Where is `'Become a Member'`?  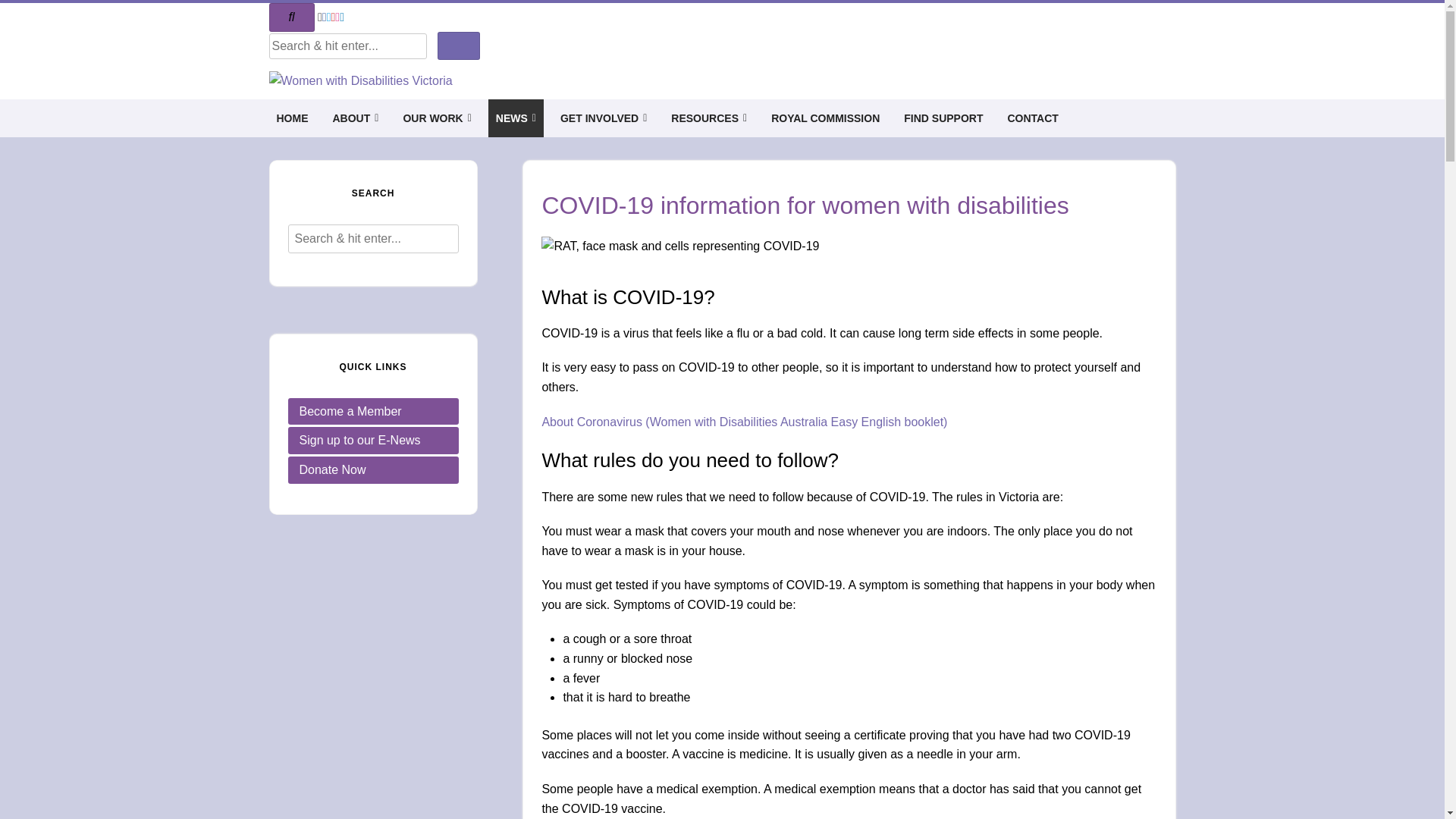
'Become a Member' is located at coordinates (373, 412).